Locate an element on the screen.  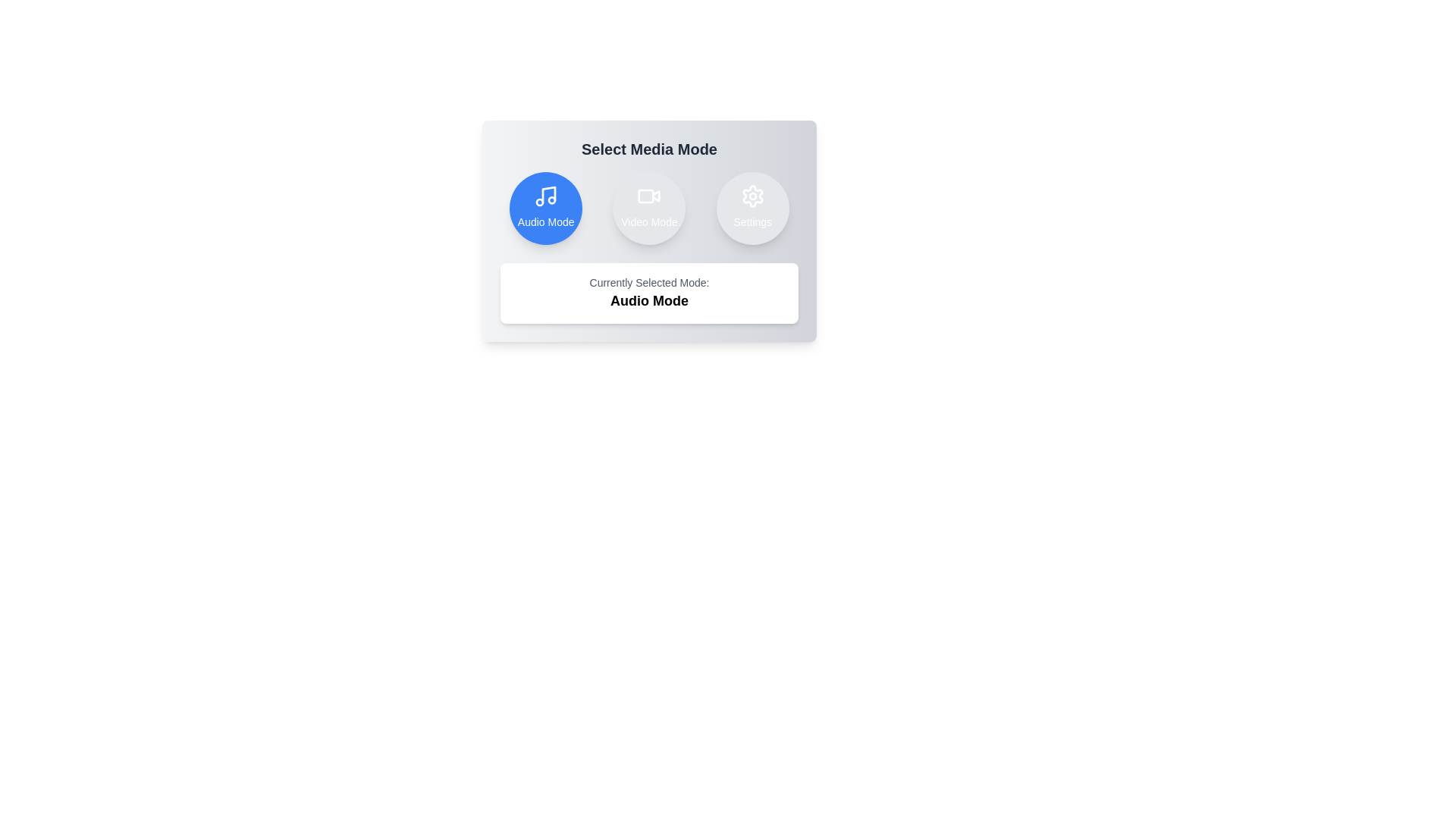
the Audio mode by clicking the respective button is located at coordinates (546, 208).